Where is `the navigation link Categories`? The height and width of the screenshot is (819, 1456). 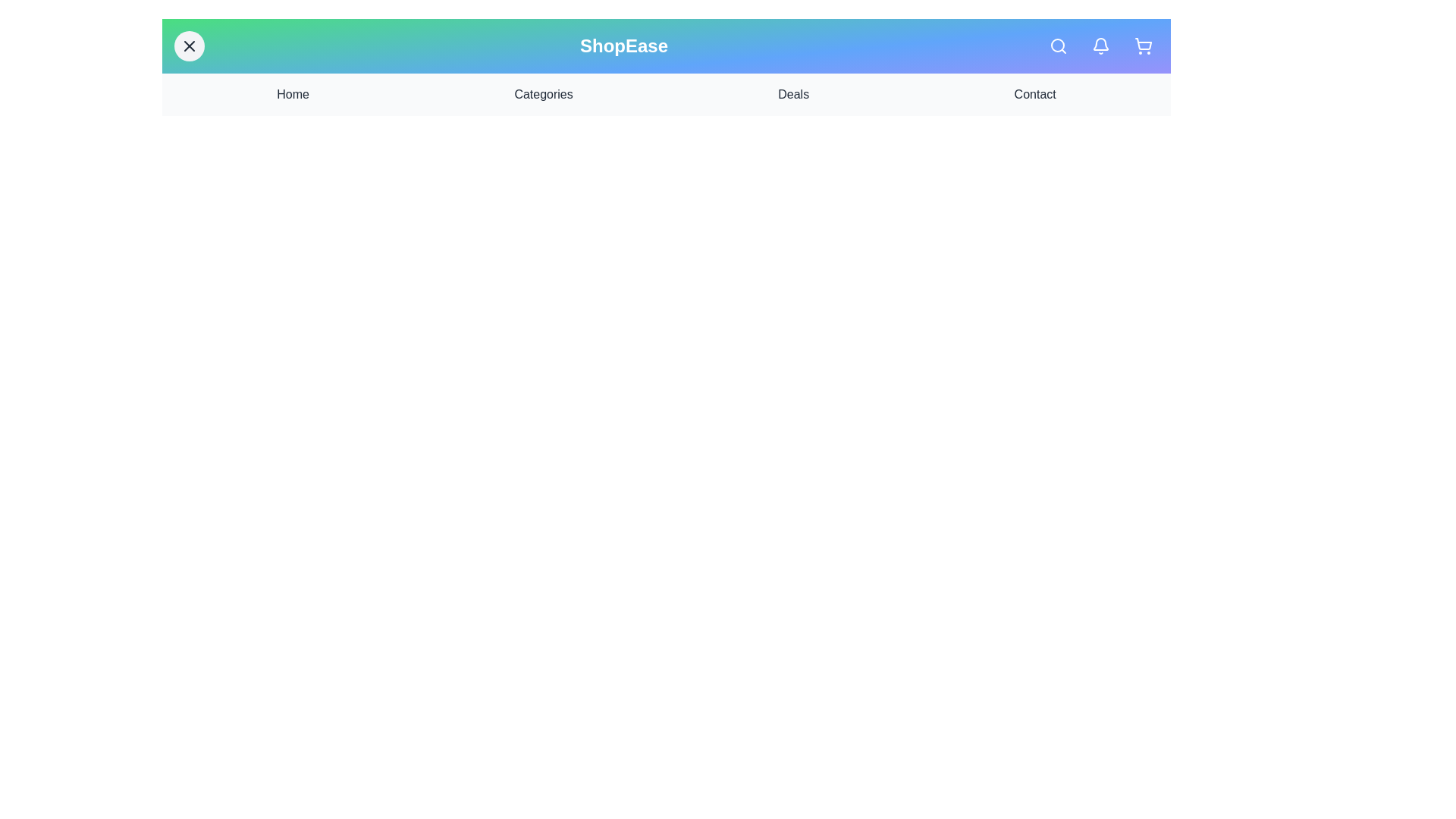
the navigation link Categories is located at coordinates (543, 94).